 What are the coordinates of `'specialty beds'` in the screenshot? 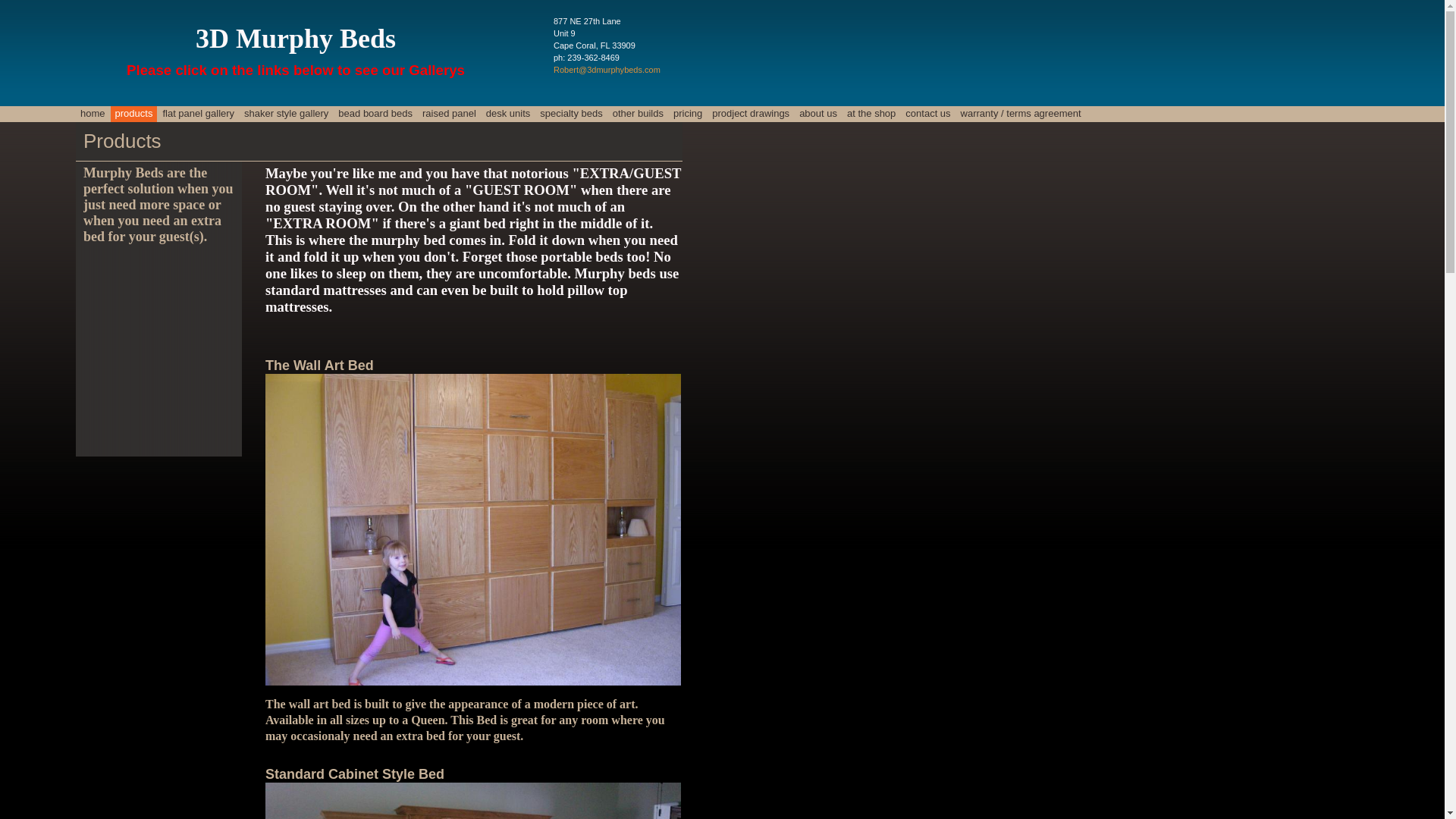 It's located at (535, 113).